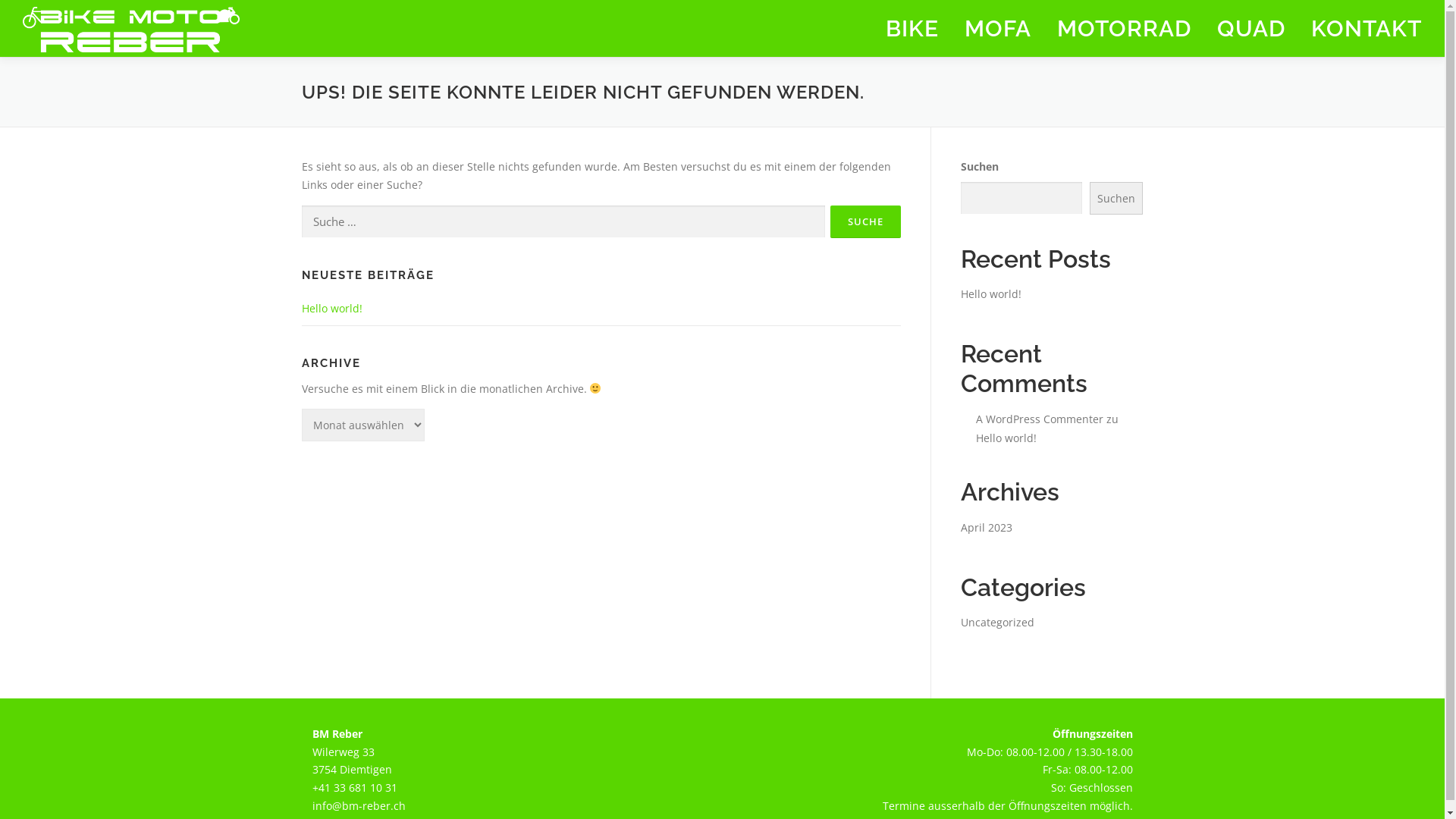 This screenshot has width=1456, height=819. I want to click on 'April 2023', so click(986, 526).